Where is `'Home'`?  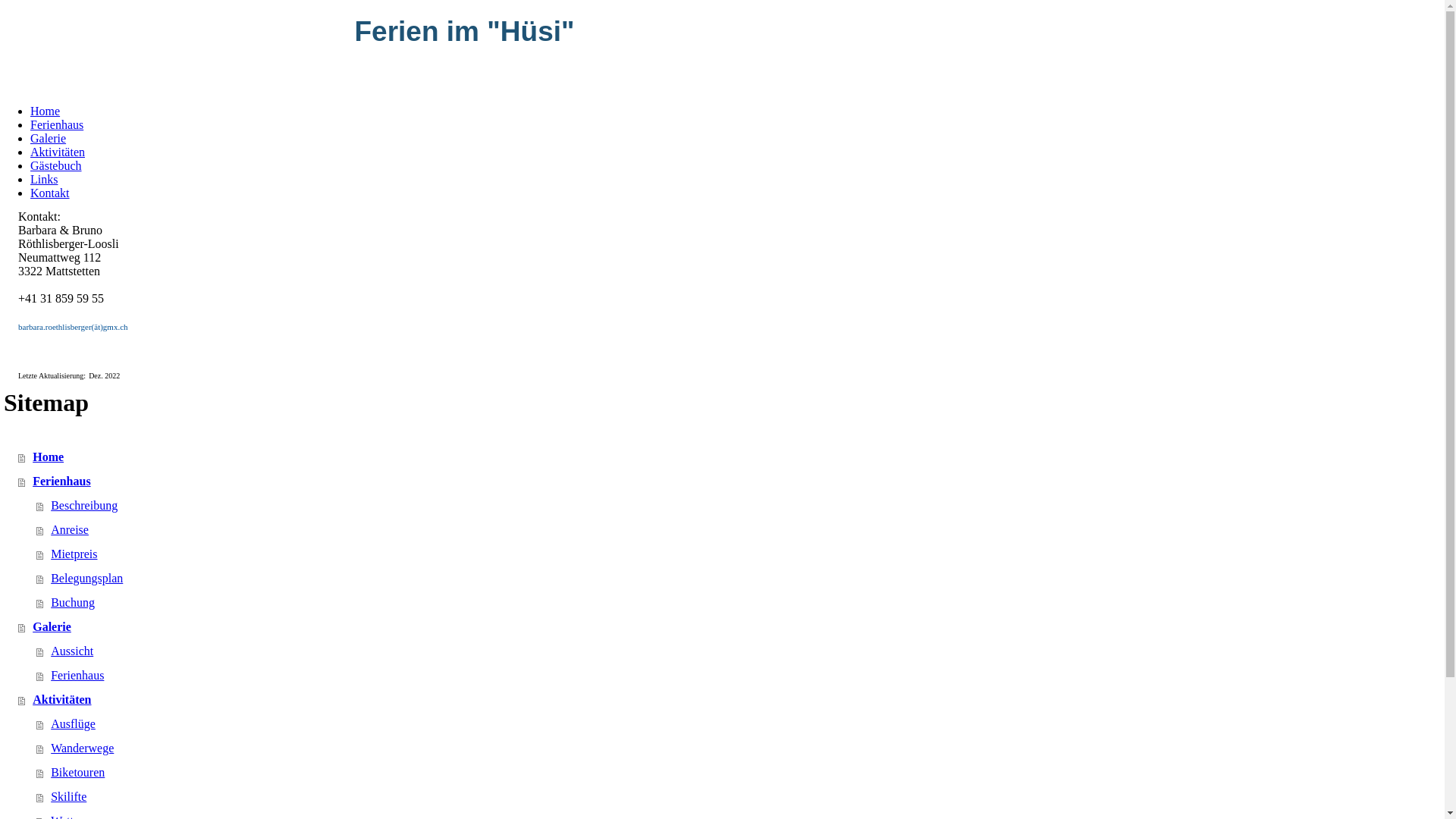
'Home' is located at coordinates (18, 456).